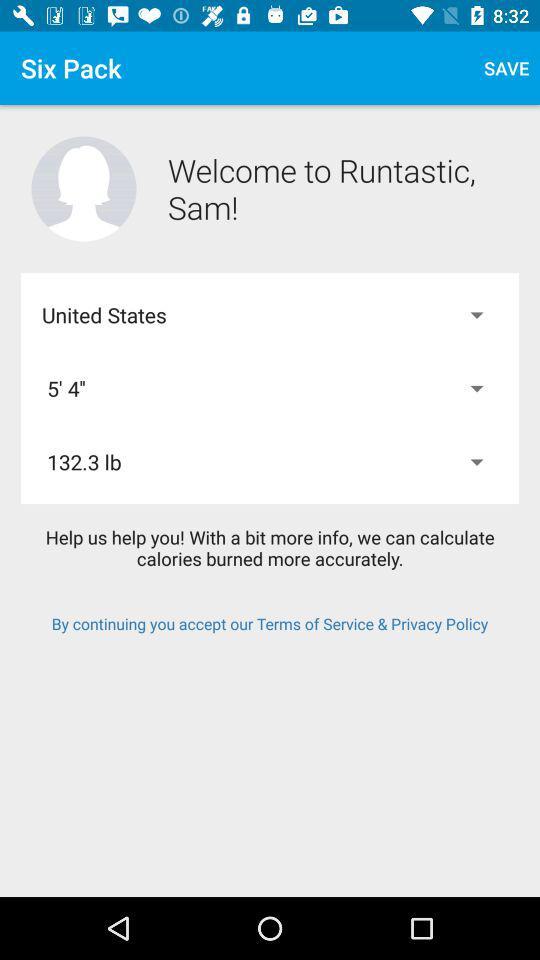 The height and width of the screenshot is (960, 540). Describe the element at coordinates (505, 68) in the screenshot. I see `item above the welcome to runtastic` at that location.